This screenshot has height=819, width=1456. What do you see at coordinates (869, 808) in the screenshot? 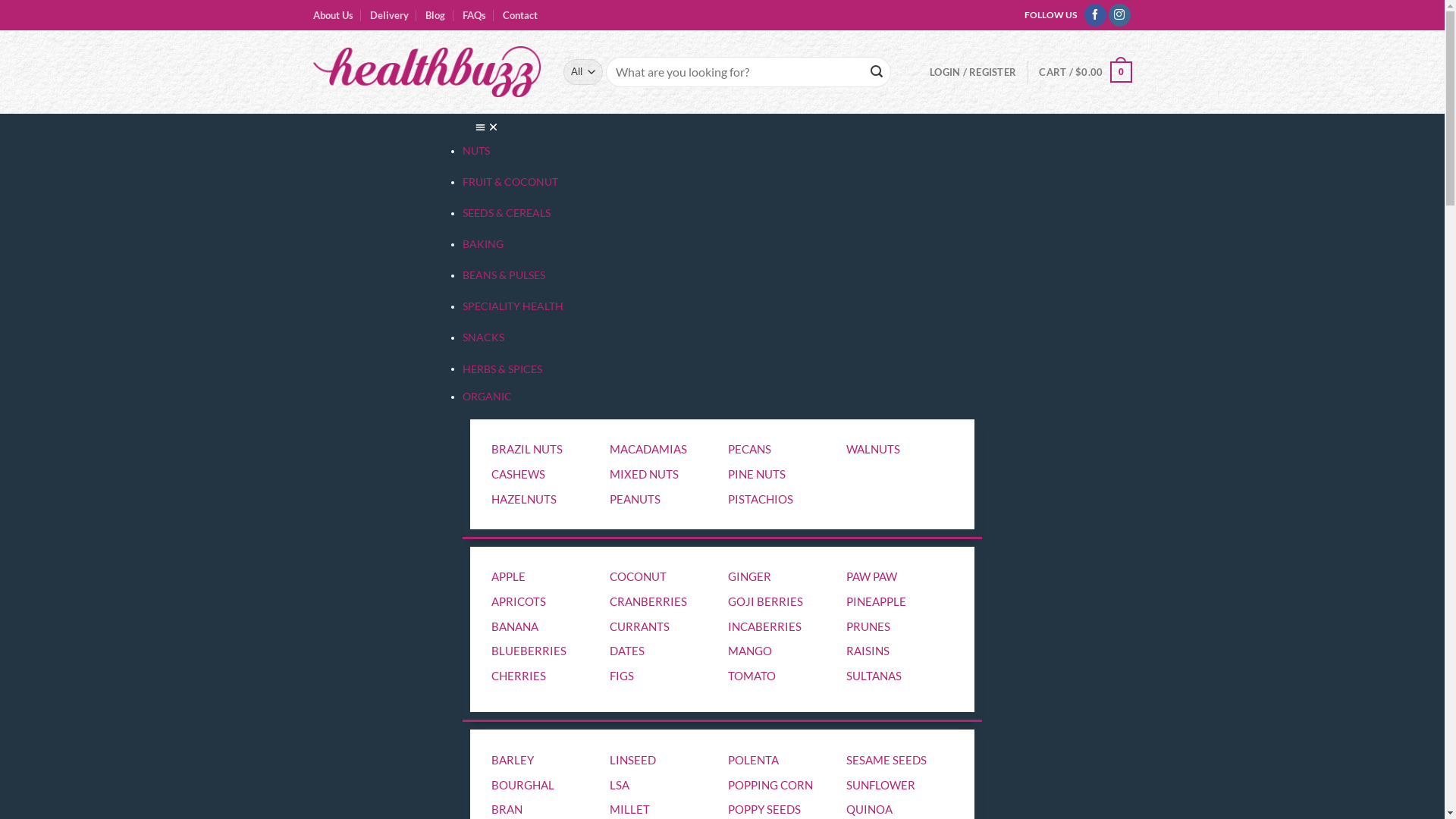
I see `'QUINOA'` at bounding box center [869, 808].